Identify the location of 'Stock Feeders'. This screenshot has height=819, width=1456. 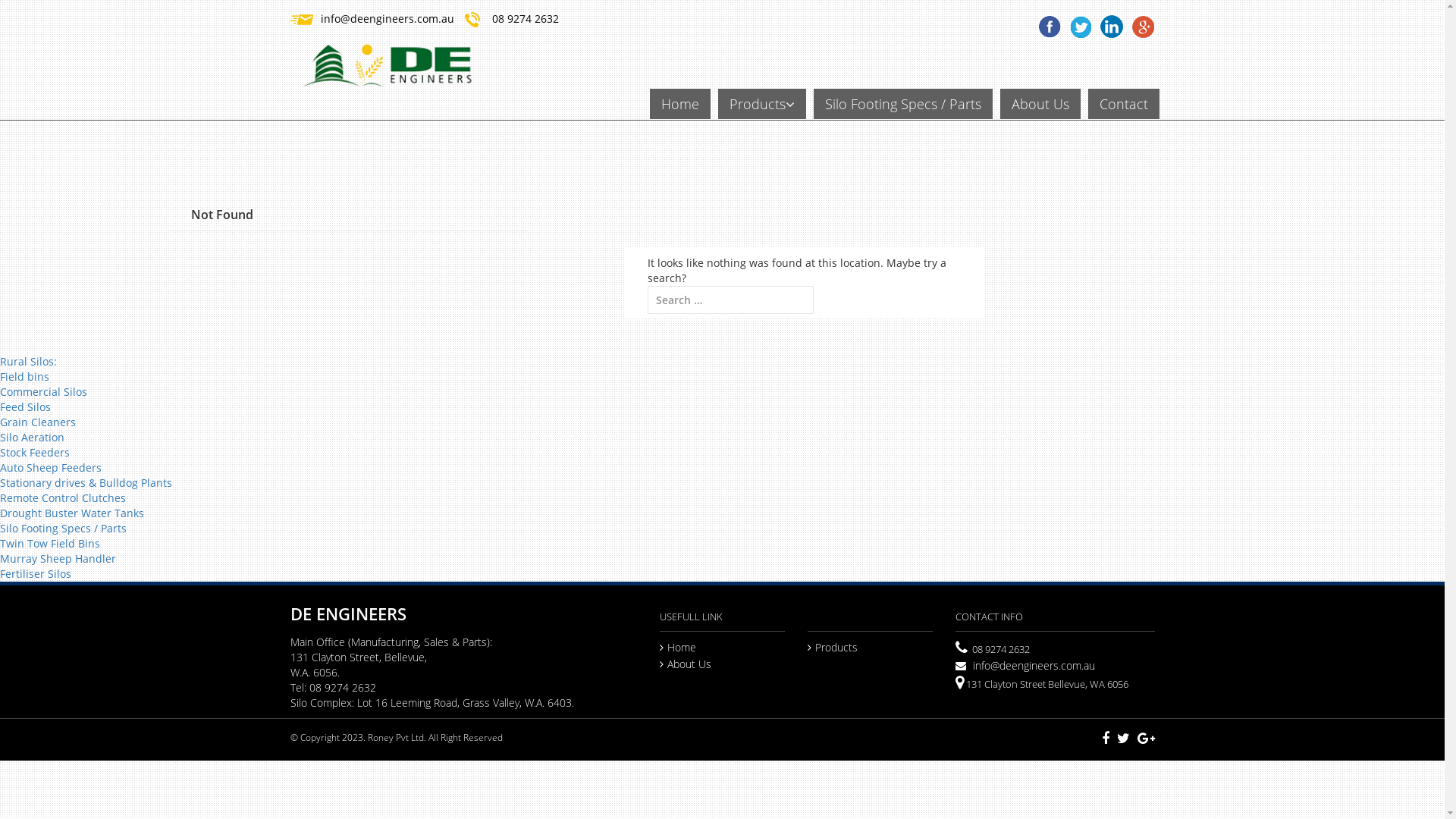
(0, 451).